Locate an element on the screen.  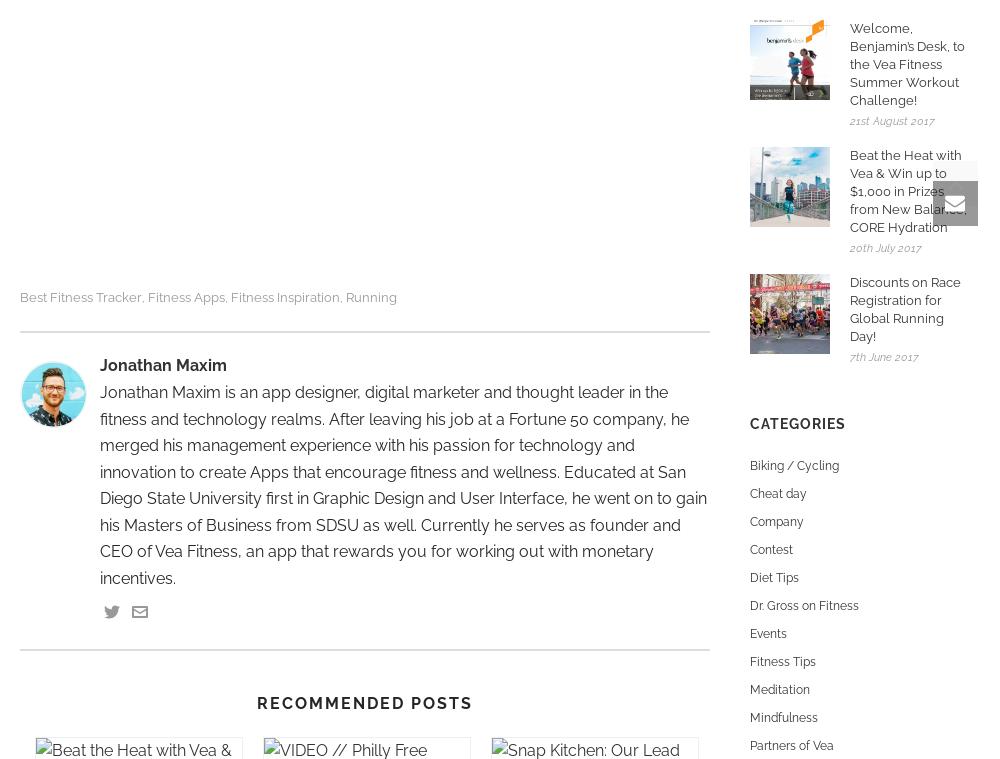
'Mindfulness' is located at coordinates (750, 718).